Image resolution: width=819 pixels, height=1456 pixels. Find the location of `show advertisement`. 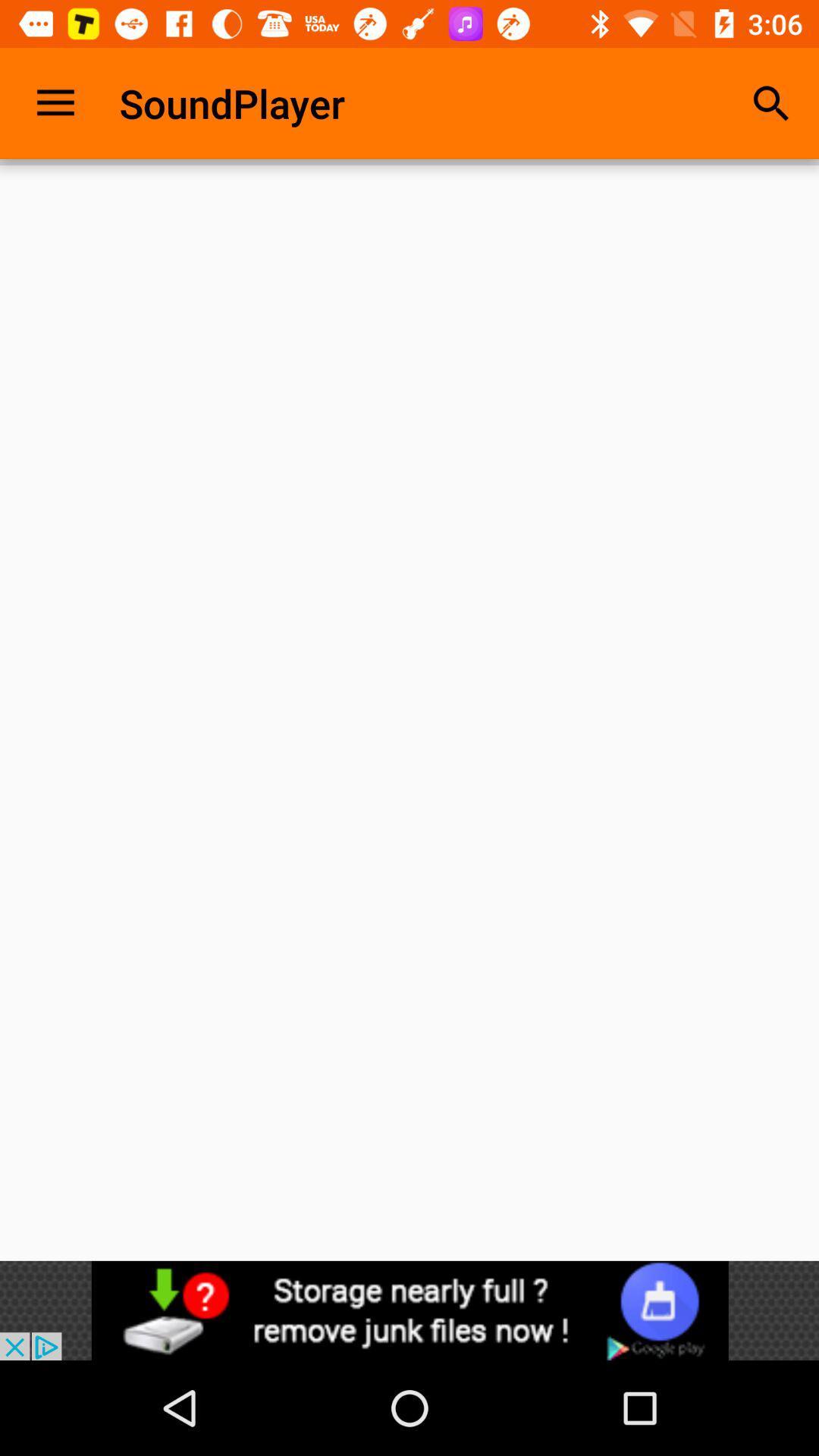

show advertisement is located at coordinates (409, 1310).